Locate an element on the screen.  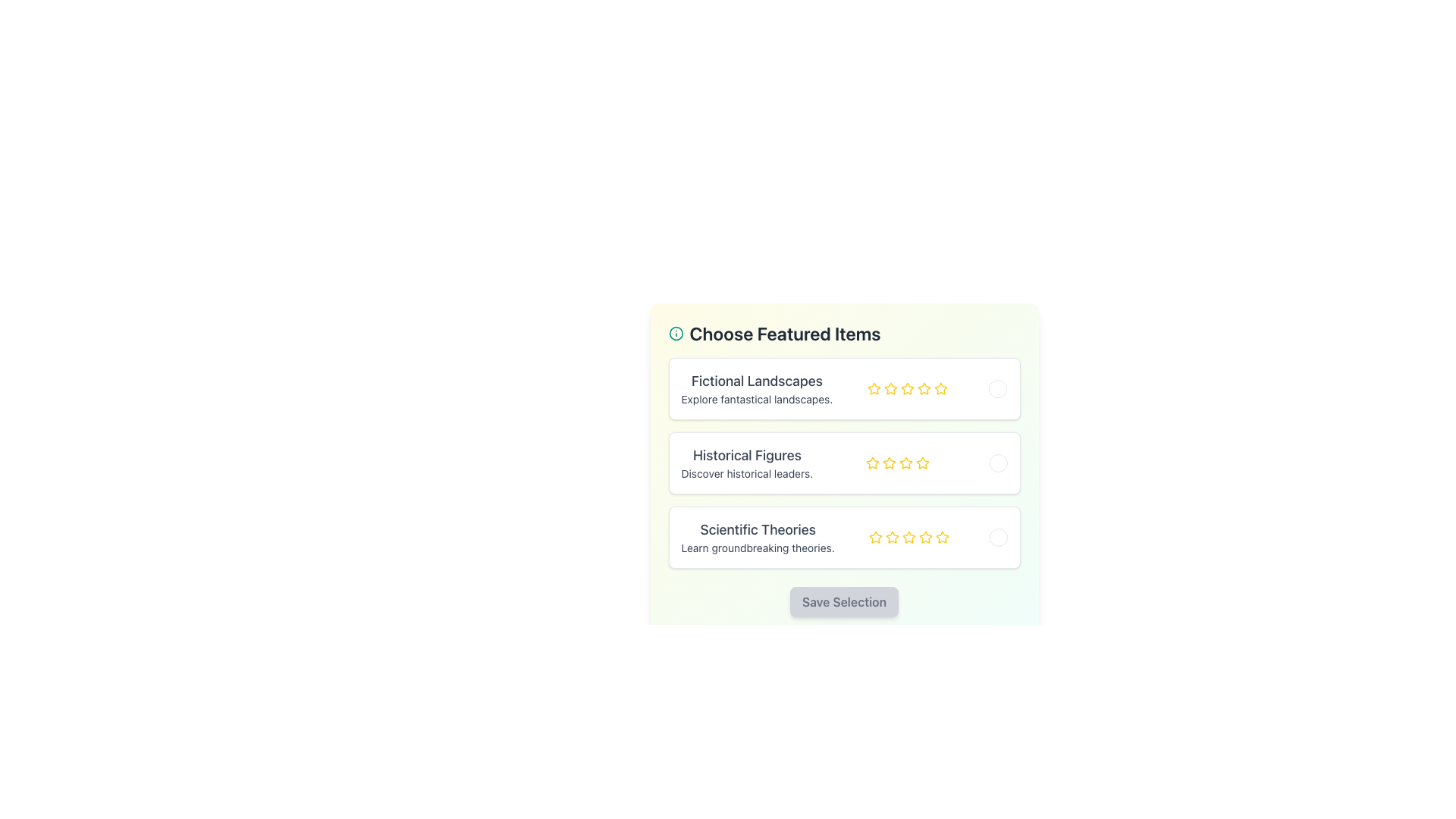
the third yellow star icon in the rating row for the 'Scientific Theories' section is located at coordinates (908, 536).